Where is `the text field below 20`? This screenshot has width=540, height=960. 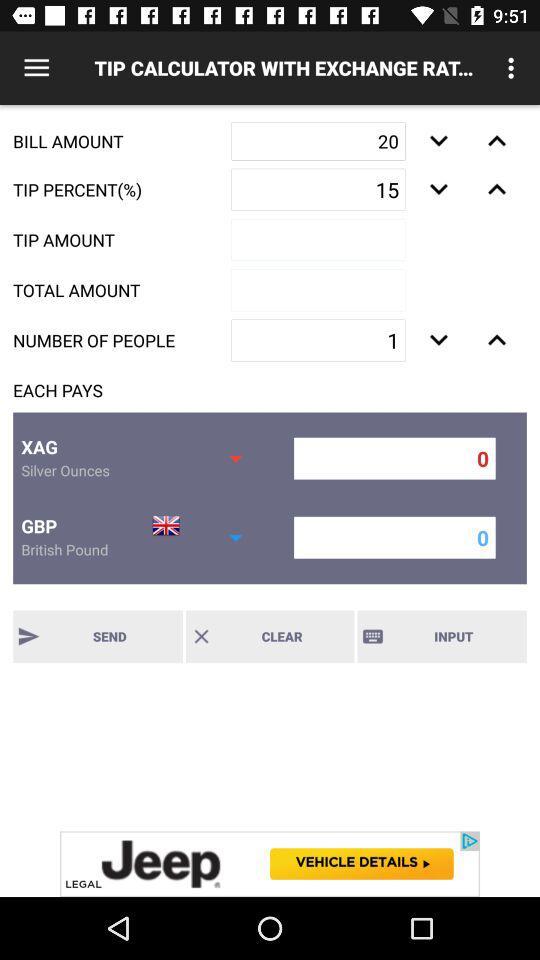
the text field below 20 is located at coordinates (318, 189).